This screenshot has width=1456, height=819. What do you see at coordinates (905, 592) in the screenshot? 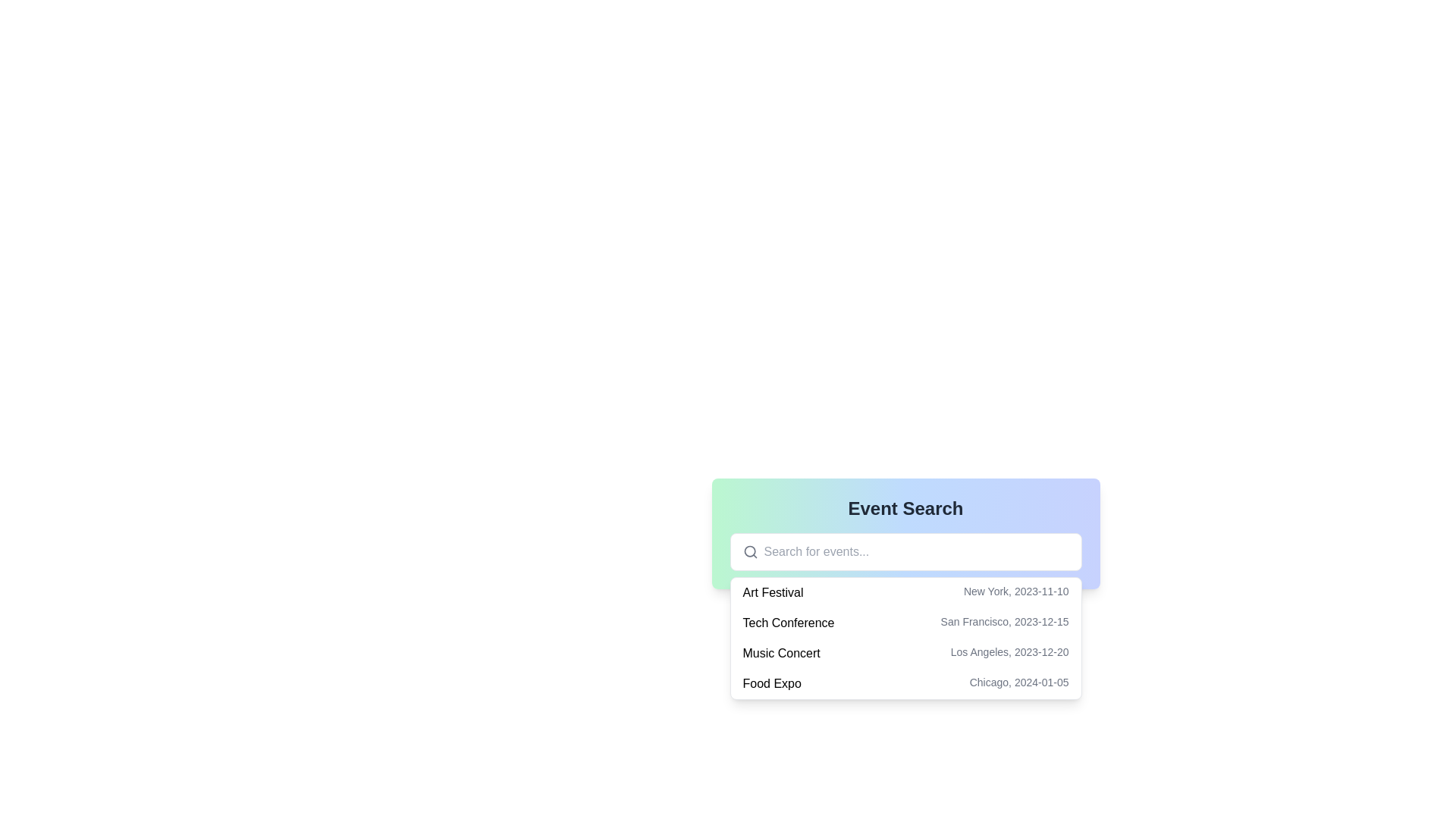
I see `the List item displaying 'Art Festival' with the date 'New York, 2023-11-10' located in the first row of the event search results` at bounding box center [905, 592].